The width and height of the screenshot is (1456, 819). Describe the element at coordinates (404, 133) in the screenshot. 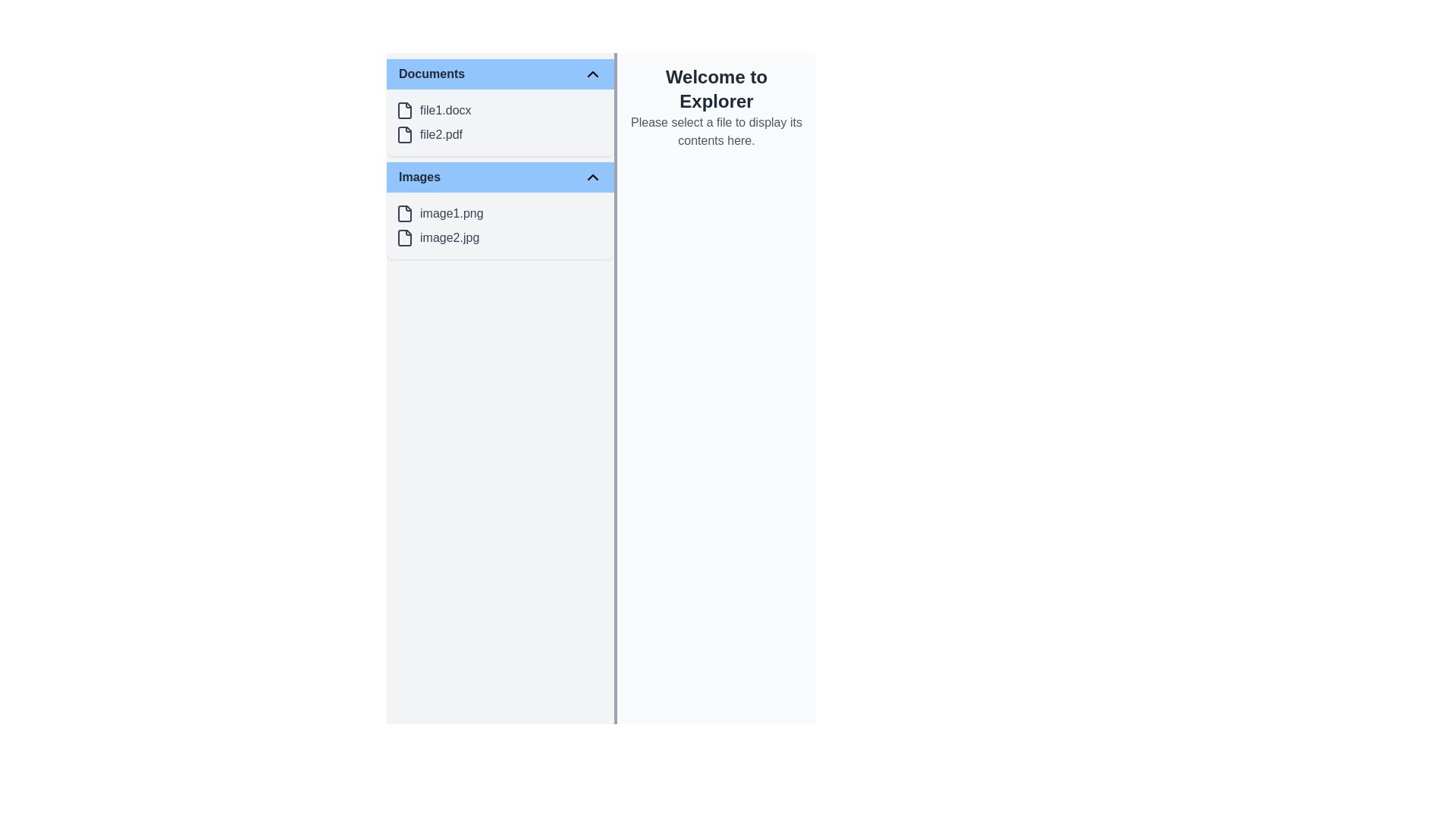

I see `the document-style icon representing 'file2.pdf' in the 'Documents' section of the sidebar interface` at that location.